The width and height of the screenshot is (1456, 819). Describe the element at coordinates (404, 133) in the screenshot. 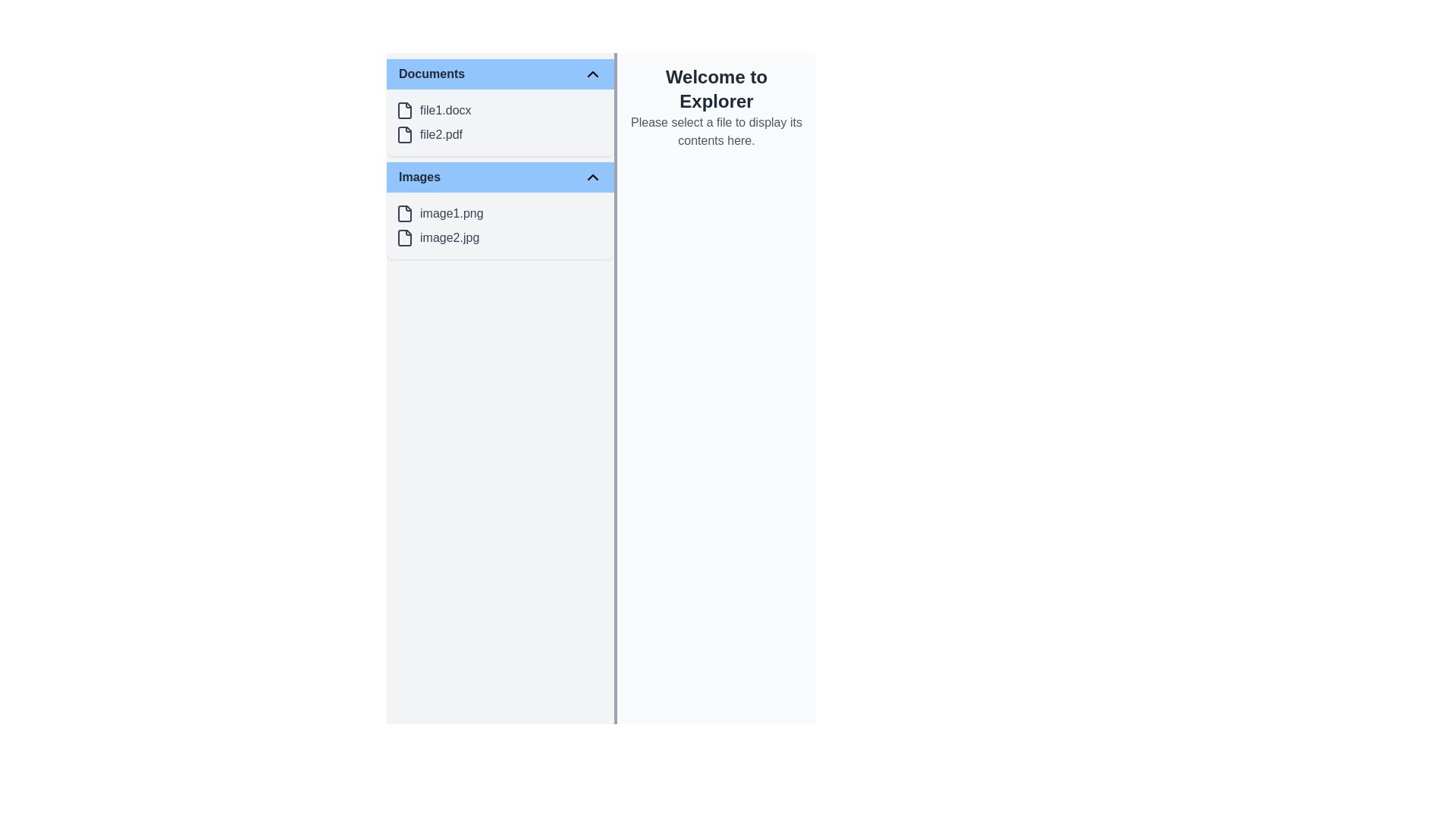

I see `the document-style icon representing 'file2.pdf' in the 'Documents' section of the sidebar interface` at that location.